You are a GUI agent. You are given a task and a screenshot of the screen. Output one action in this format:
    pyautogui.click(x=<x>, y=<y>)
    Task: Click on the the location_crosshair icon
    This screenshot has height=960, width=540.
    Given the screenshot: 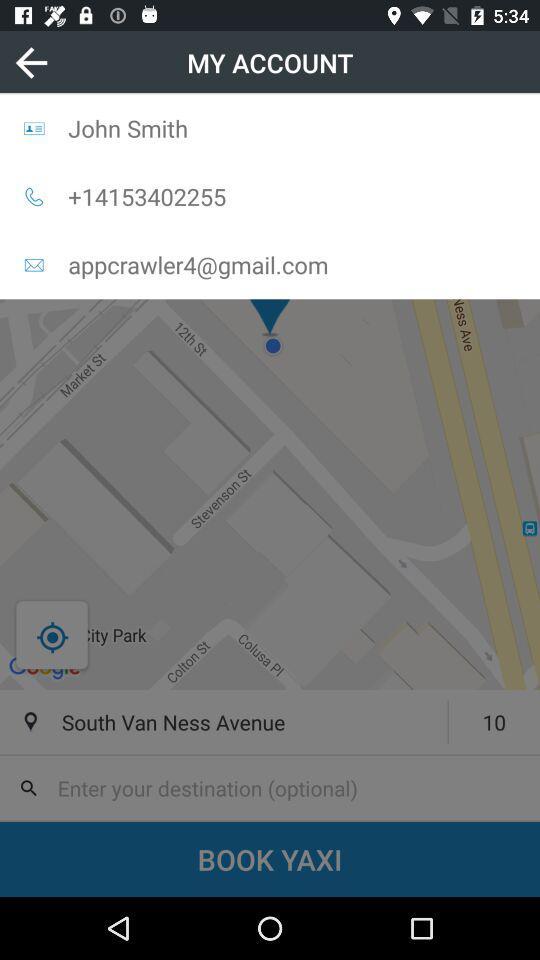 What is the action you would take?
    pyautogui.click(x=52, y=636)
    